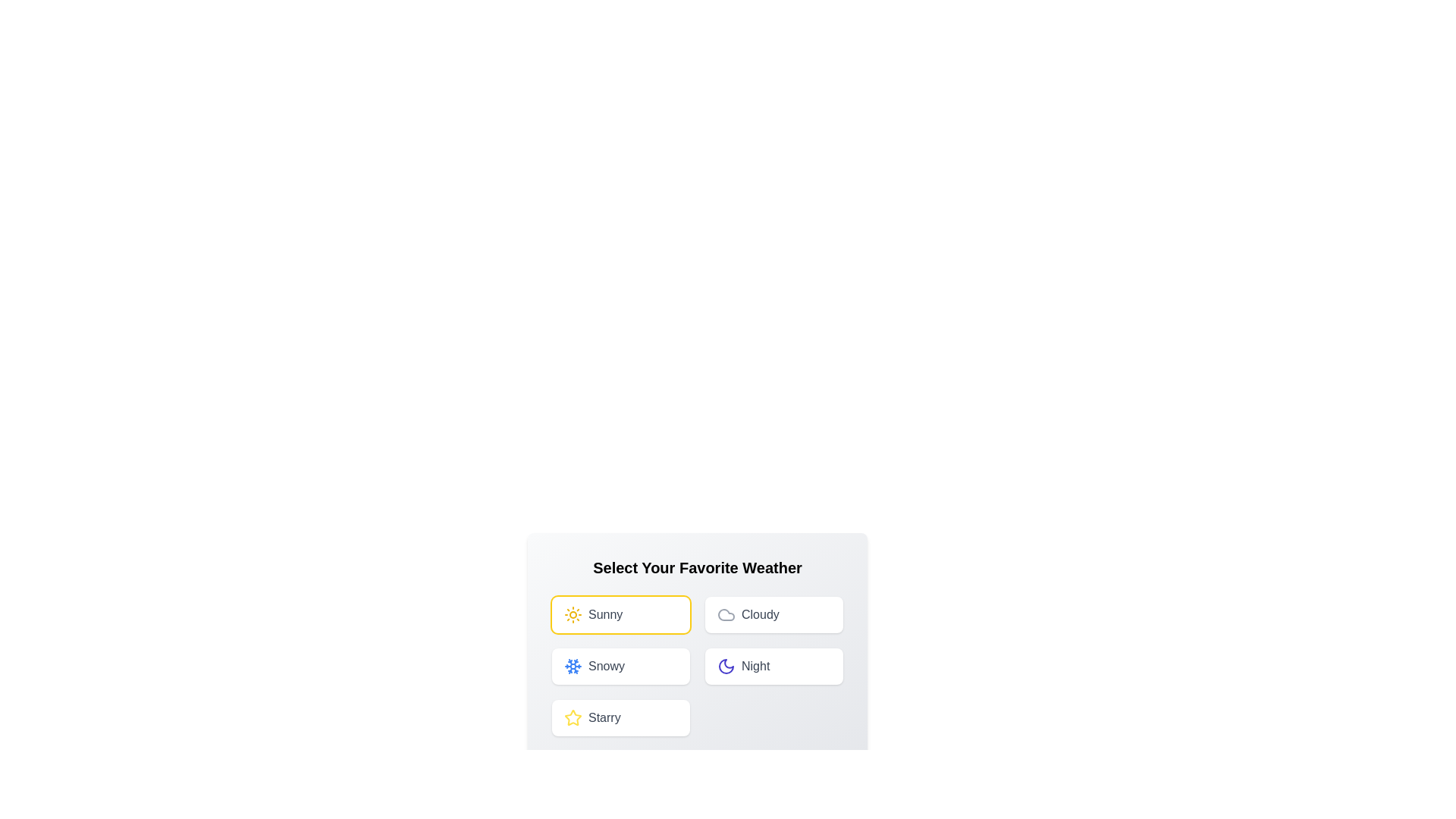 This screenshot has width=1456, height=819. I want to click on the 'Night' weather option label, which is positioned to the right of the crescent moon icon in the weather preferences interface, so click(755, 666).